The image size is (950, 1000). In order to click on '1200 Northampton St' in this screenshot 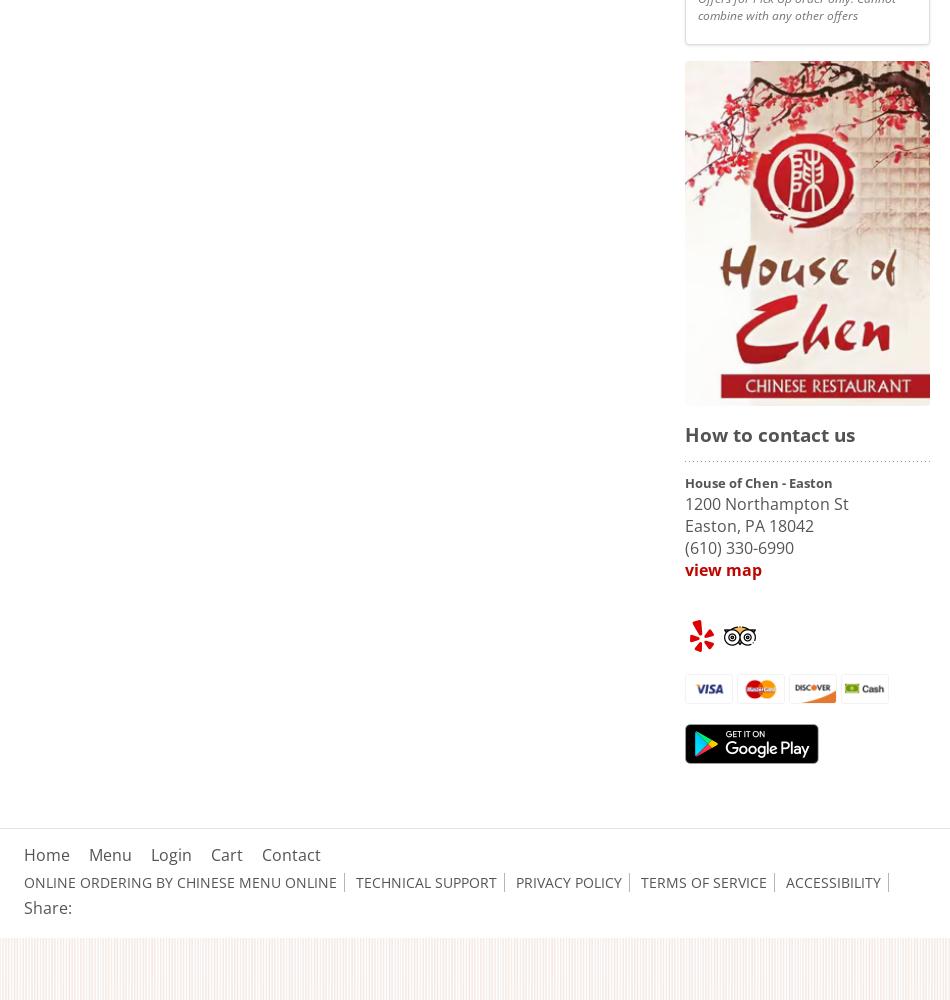, I will do `click(766, 504)`.